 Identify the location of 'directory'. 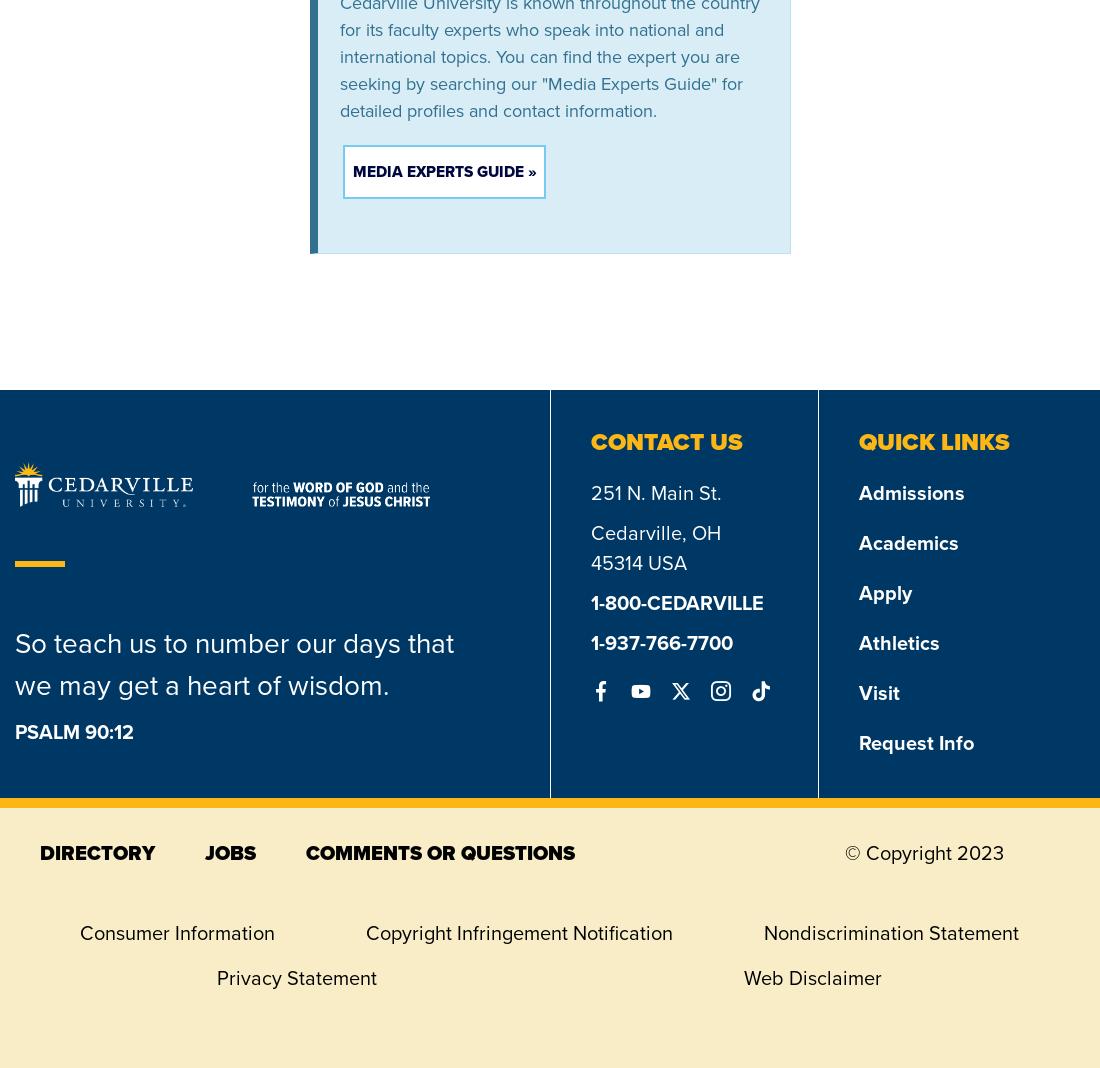
(97, 852).